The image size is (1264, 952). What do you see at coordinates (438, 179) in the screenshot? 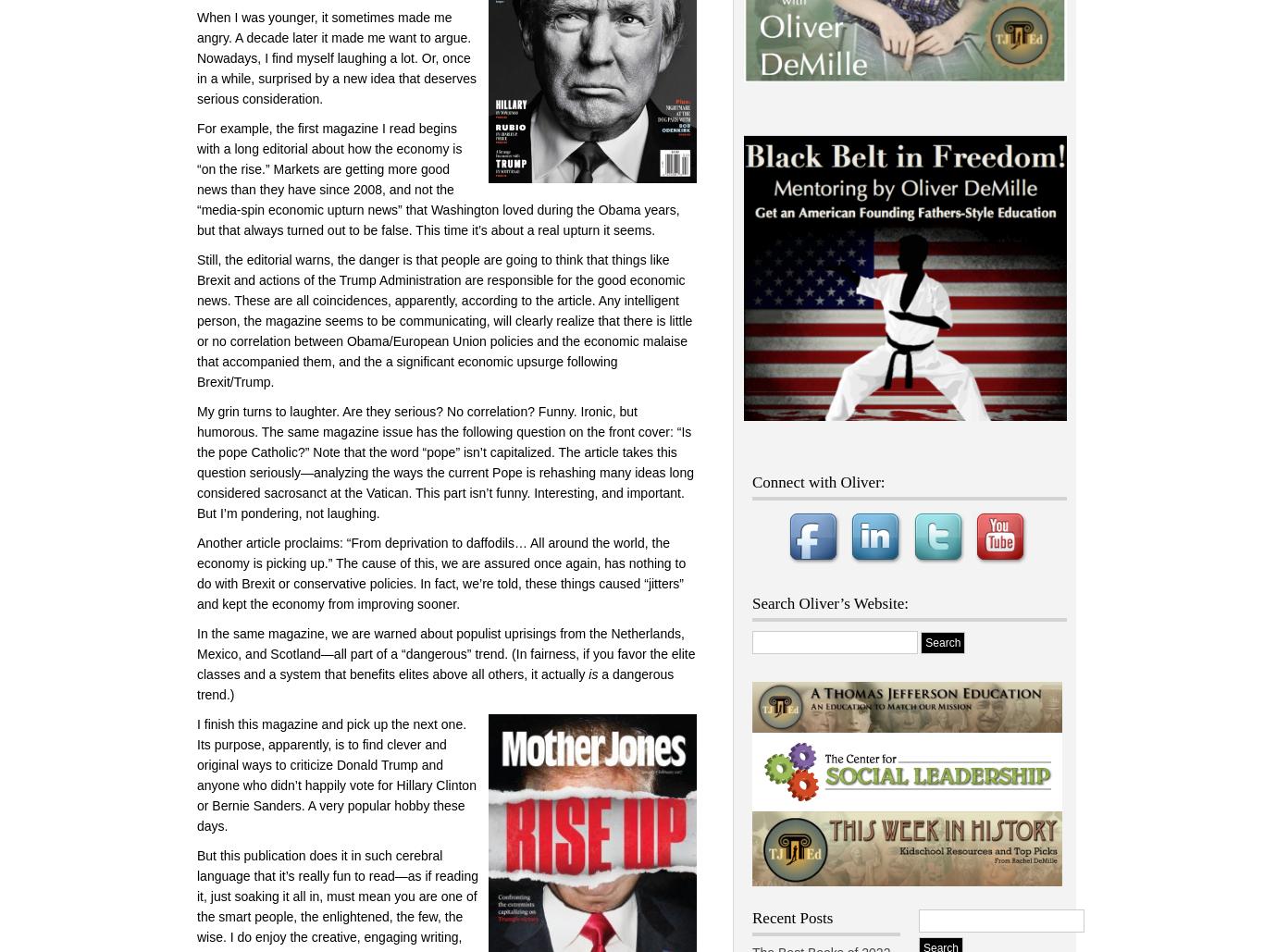
I see `'For example, the first magazine I read begins with a long editorial about how the economy is “on the rise.” Markets are getting more good news than they have since 2008, and not the “media-spin economic upturn news” that Washington loved during the Obama years, but that always turned out to be false. This time it’s about a real upturn it seems.'` at bounding box center [438, 179].